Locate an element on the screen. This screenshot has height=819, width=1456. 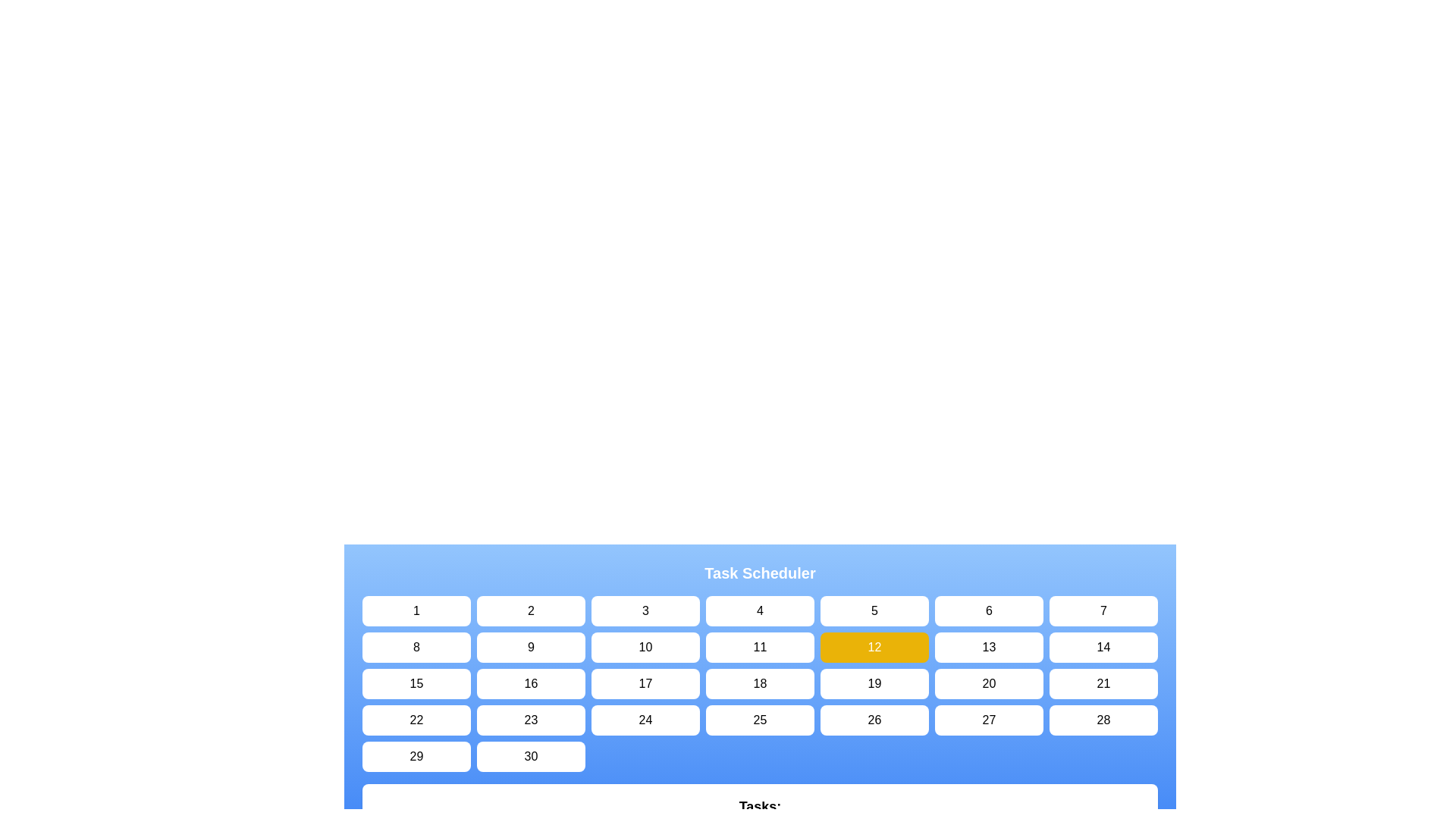
the button for selecting the number '3' in the Task Scheduler grid layout, located in the first row and third column is located at coordinates (645, 610).